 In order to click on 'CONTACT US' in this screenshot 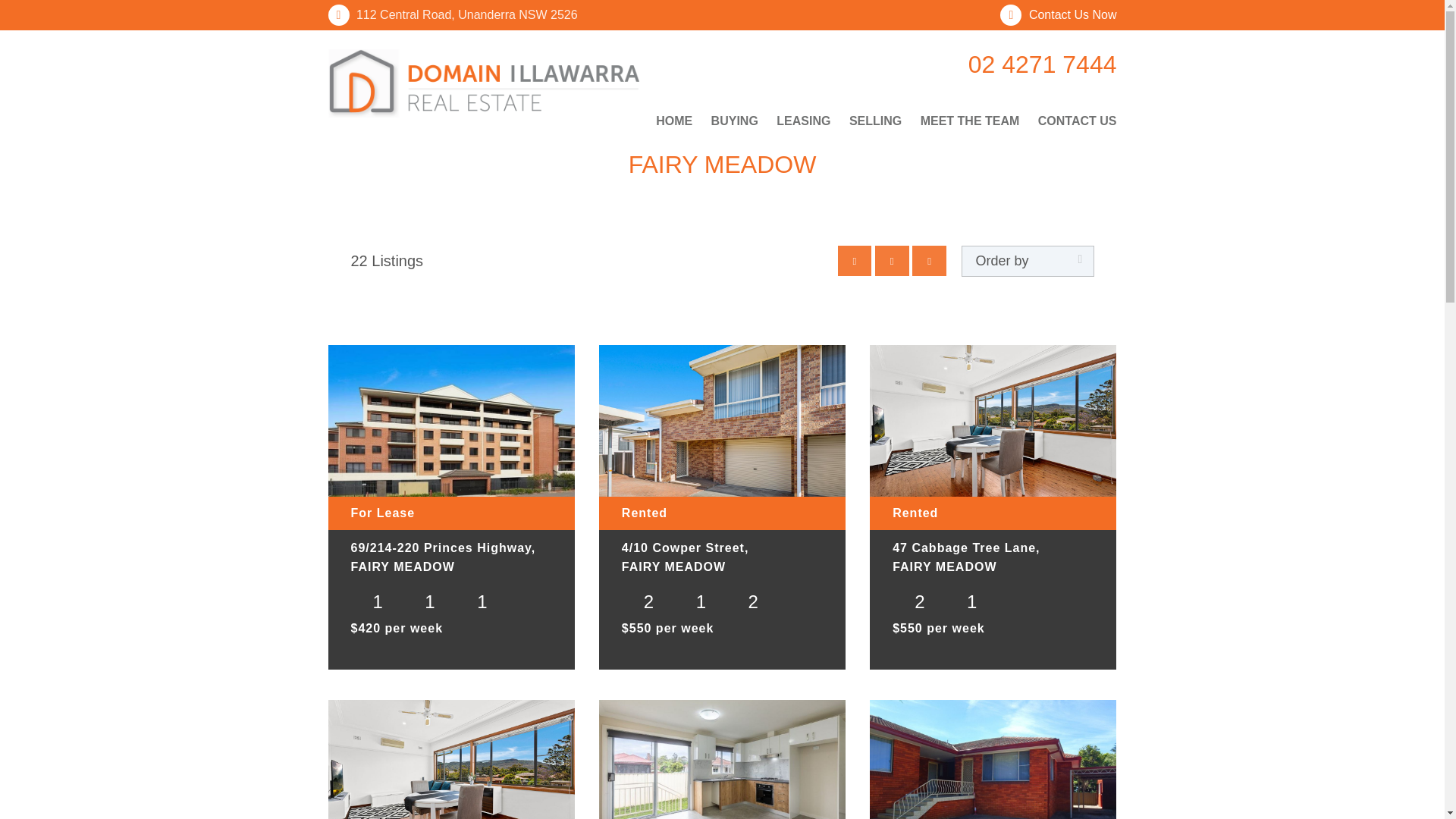, I will do `click(1073, 120)`.